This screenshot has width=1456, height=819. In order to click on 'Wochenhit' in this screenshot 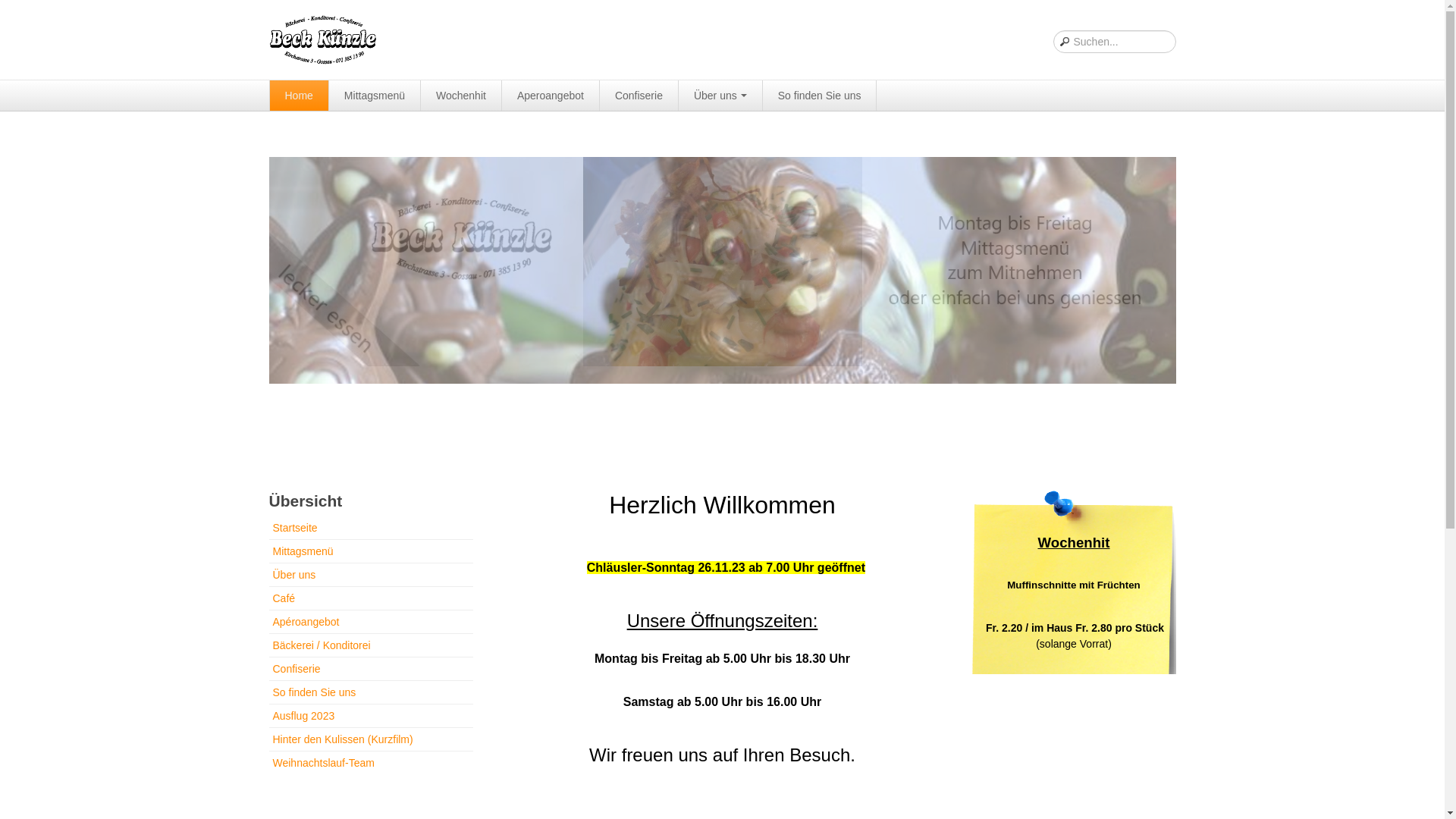, I will do `click(460, 96)`.